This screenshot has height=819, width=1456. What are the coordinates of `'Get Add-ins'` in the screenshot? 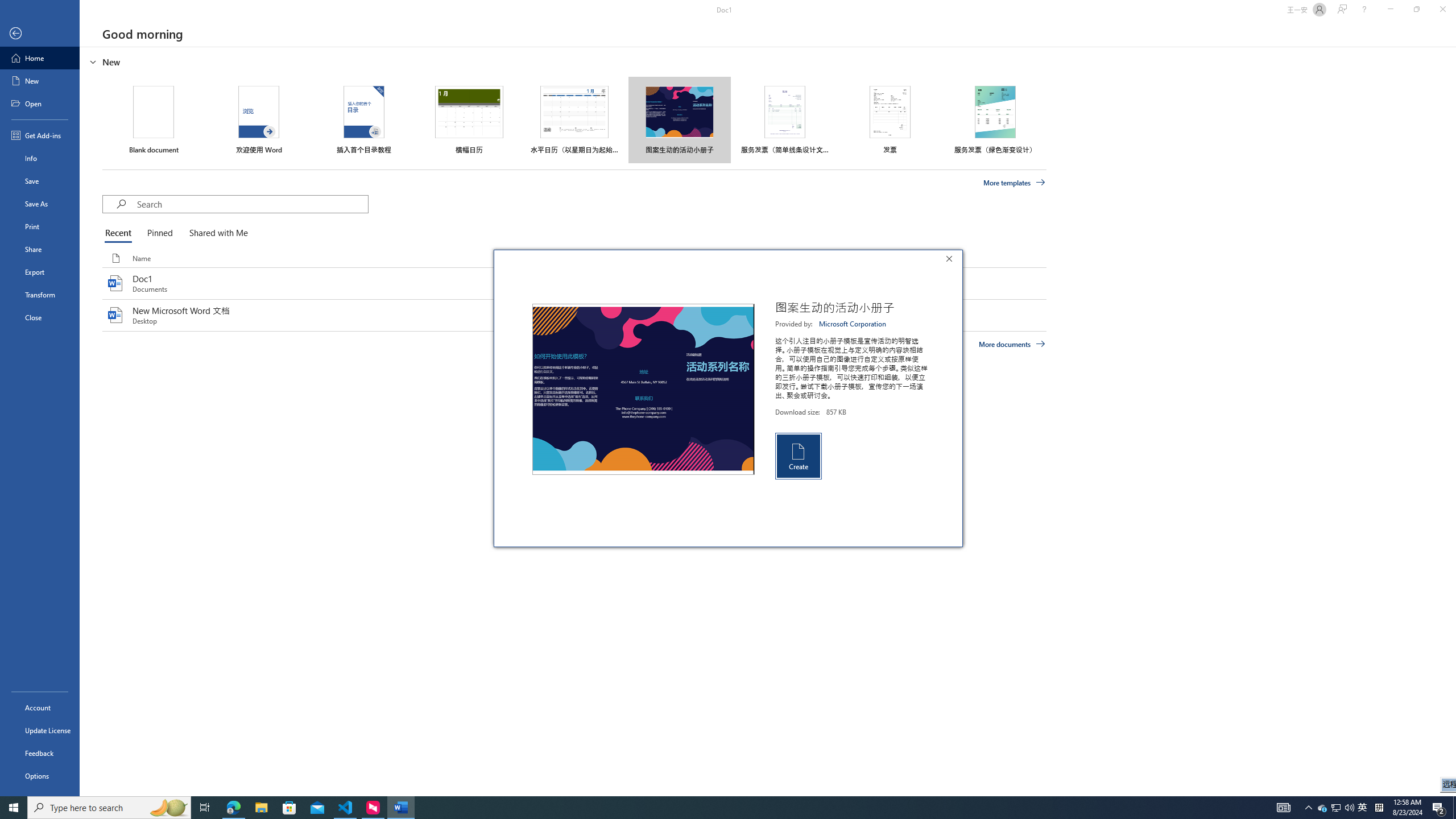 It's located at (39, 135).